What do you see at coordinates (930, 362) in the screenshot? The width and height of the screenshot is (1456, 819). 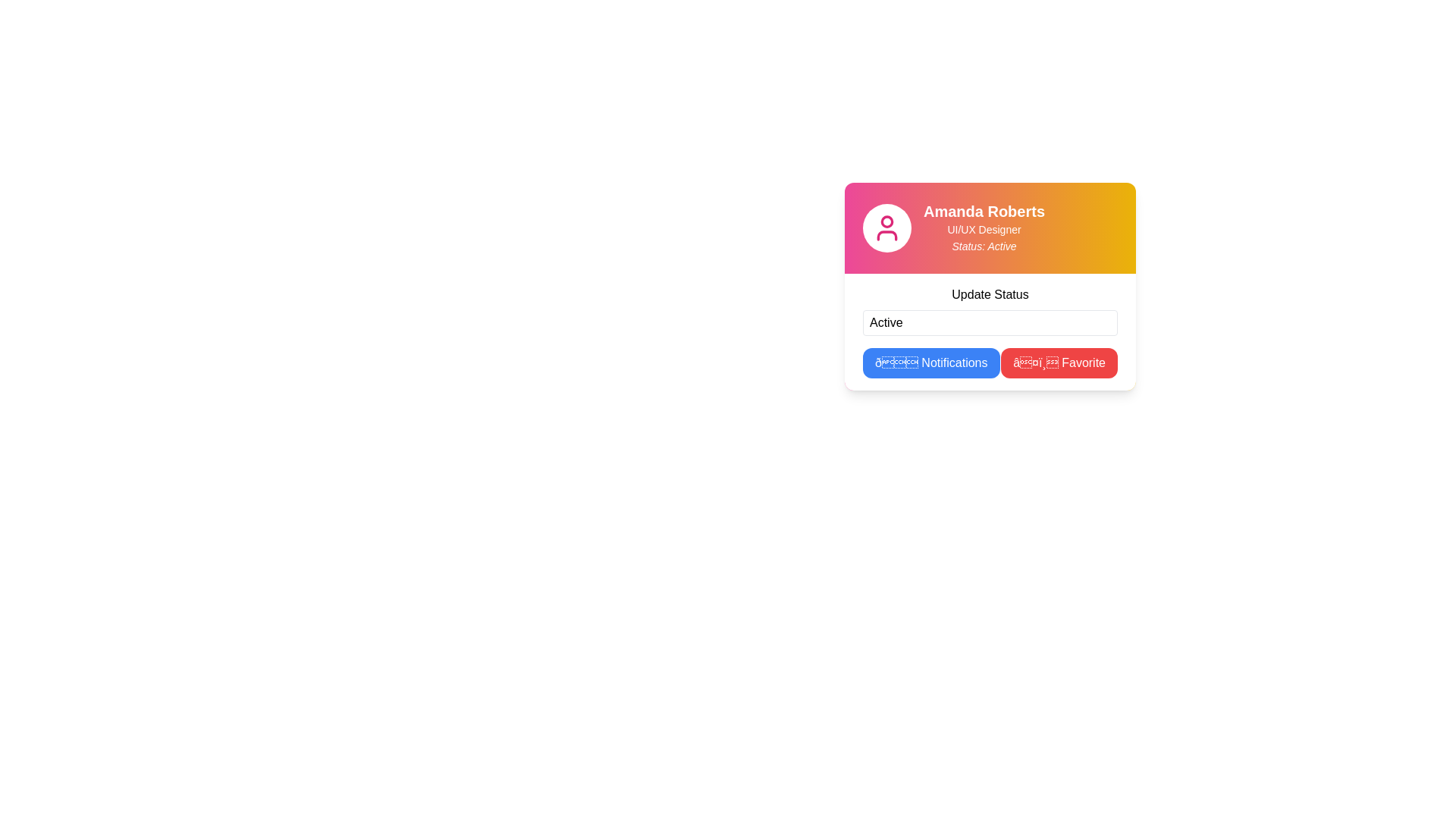 I see `the rectangular button with a blue background and white text labeled '🔔 Notifications'` at bounding box center [930, 362].